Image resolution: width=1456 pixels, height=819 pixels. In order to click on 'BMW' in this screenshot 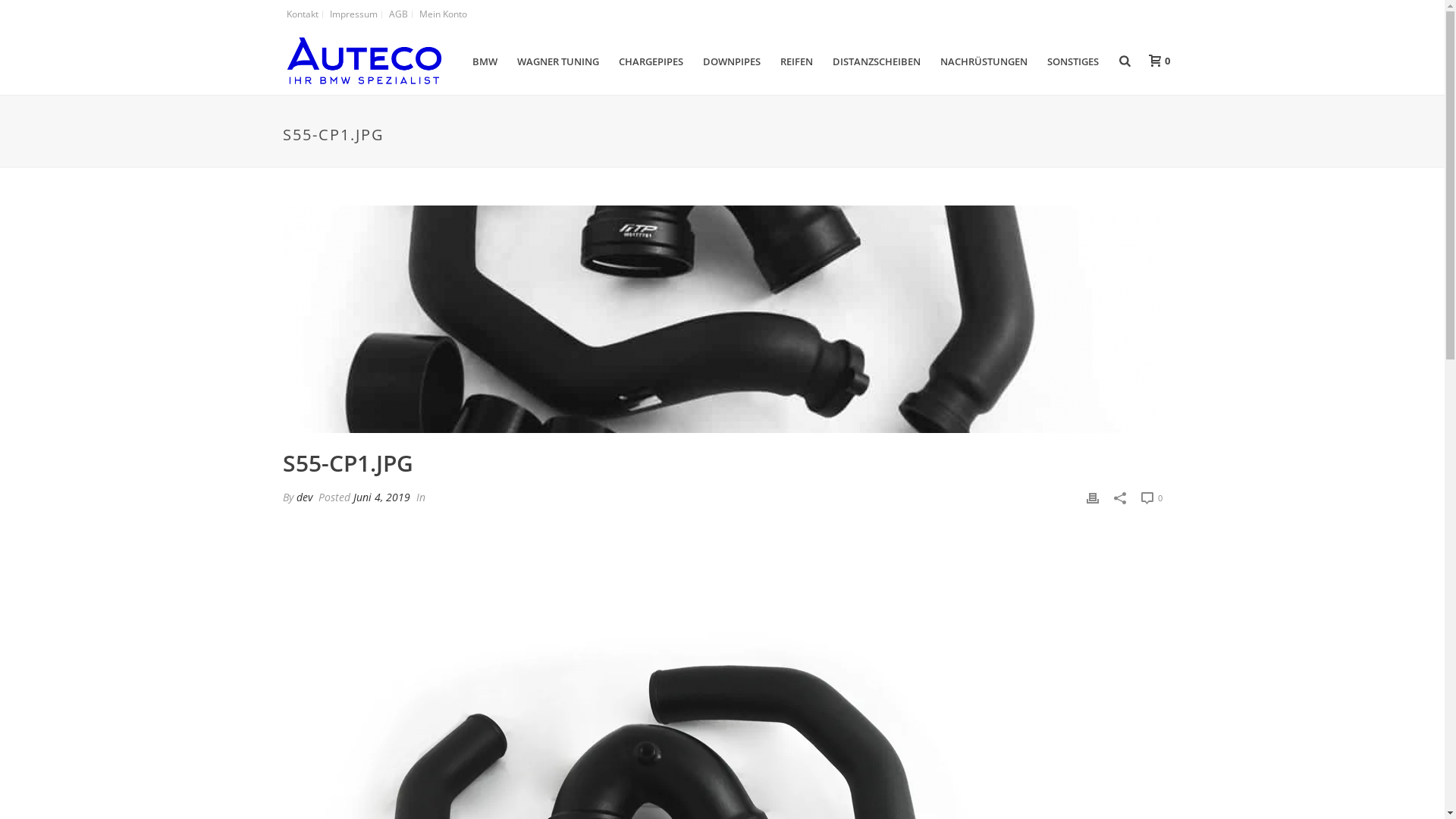, I will do `click(484, 61)`.